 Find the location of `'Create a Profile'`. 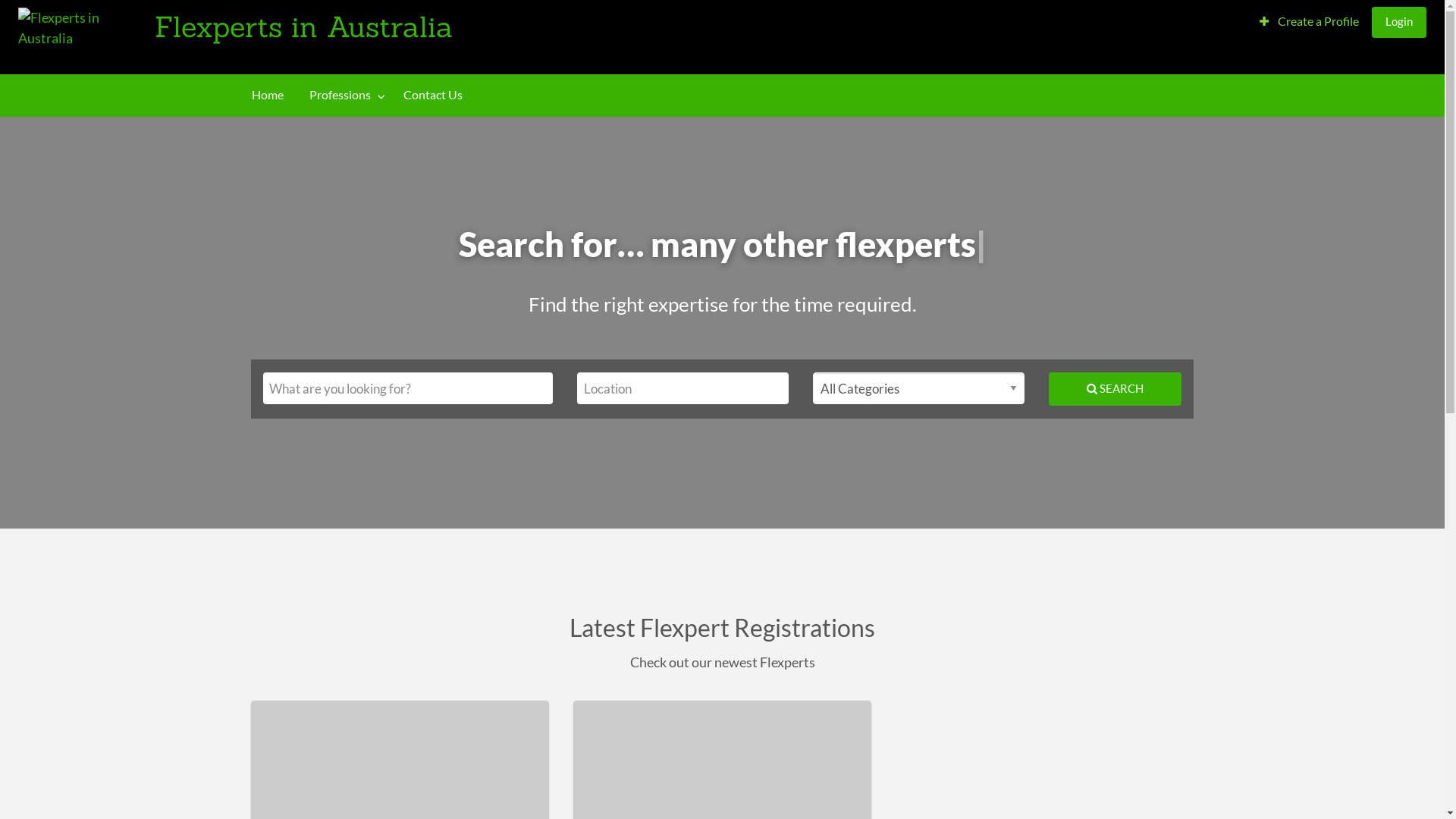

'Create a Profile' is located at coordinates (1308, 21).